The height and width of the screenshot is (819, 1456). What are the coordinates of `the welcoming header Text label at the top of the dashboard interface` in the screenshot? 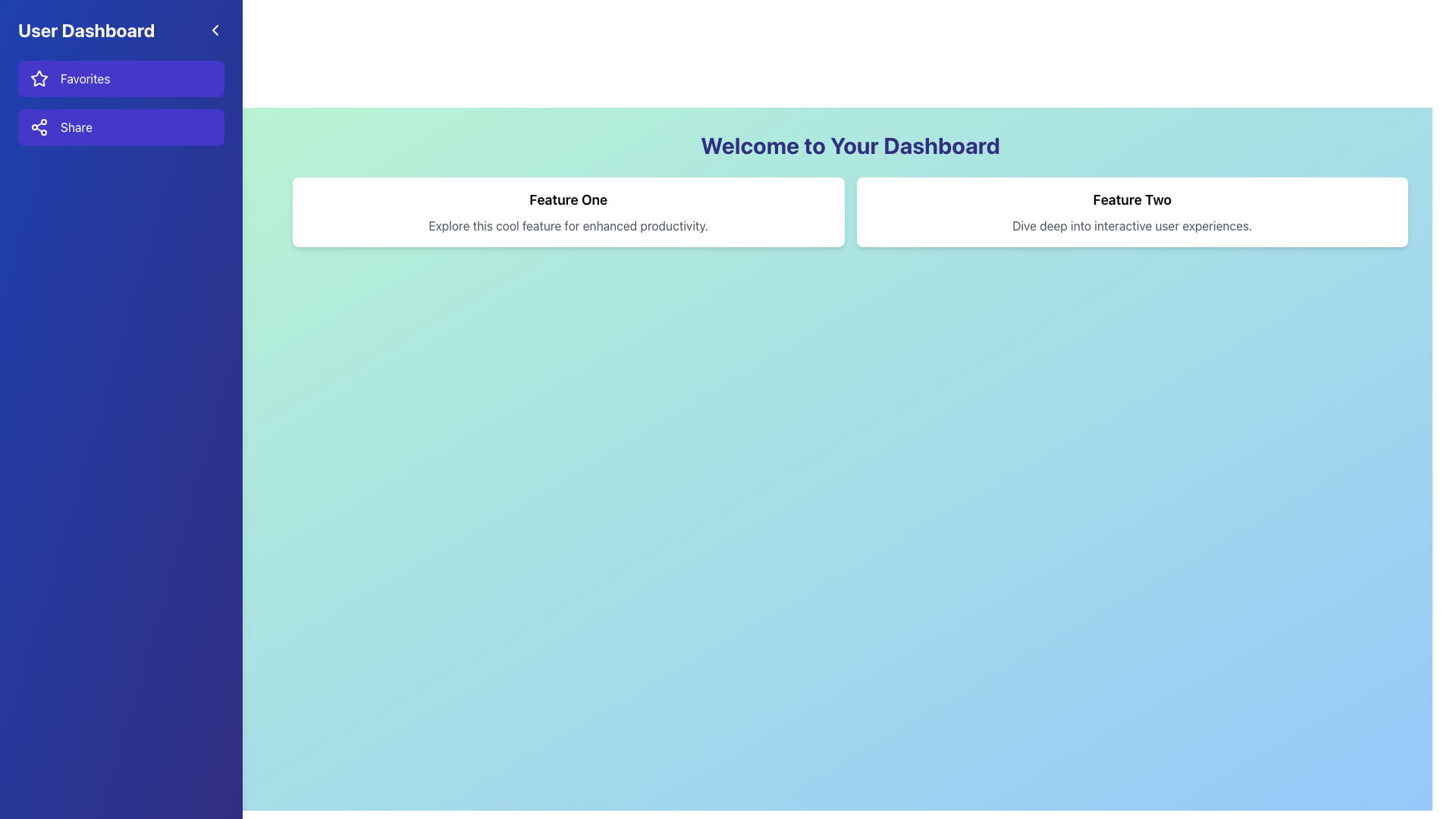 It's located at (850, 146).